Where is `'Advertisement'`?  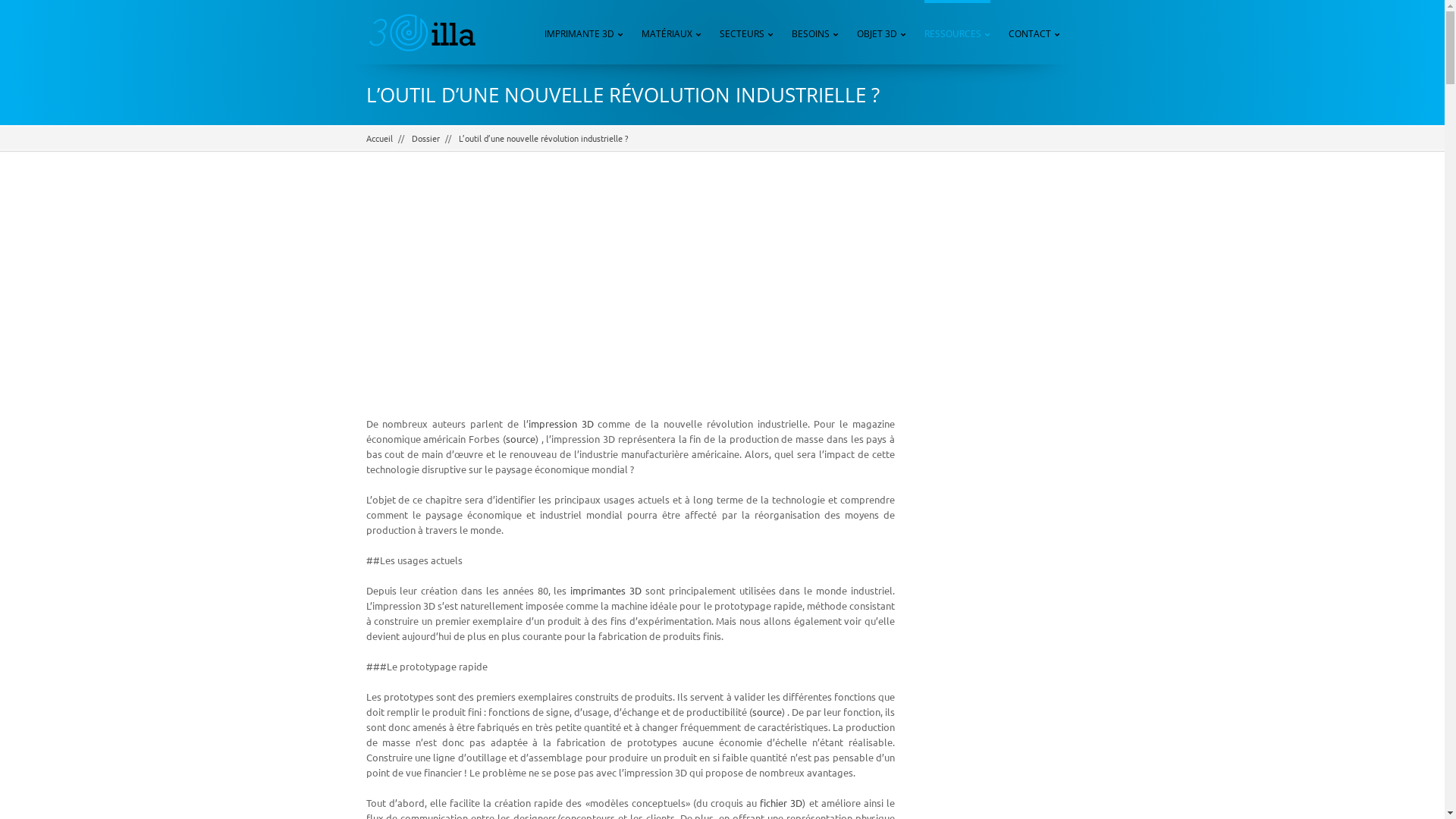
'Advertisement' is located at coordinates (629, 295).